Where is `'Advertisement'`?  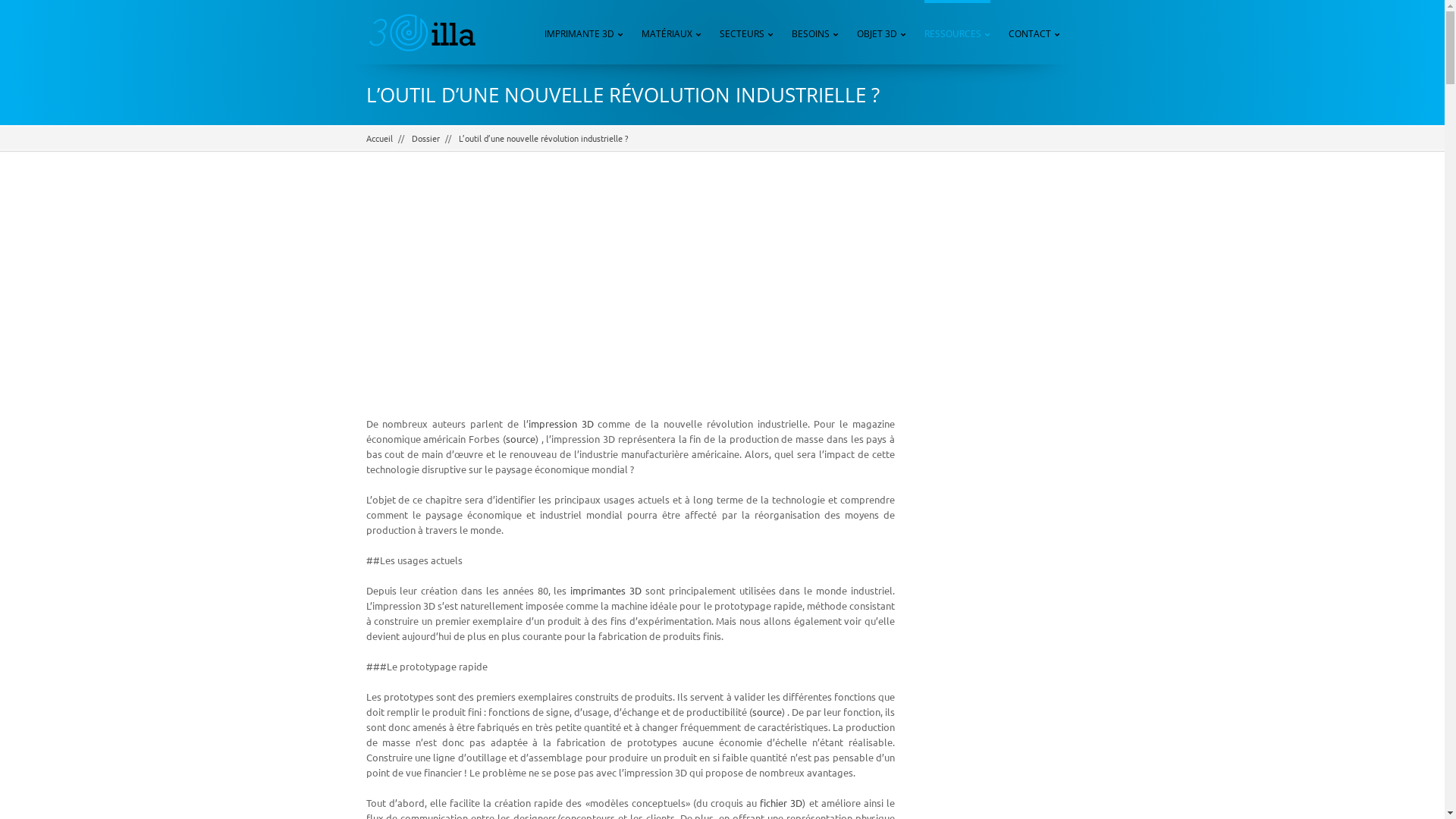
'Advertisement' is located at coordinates (629, 295).